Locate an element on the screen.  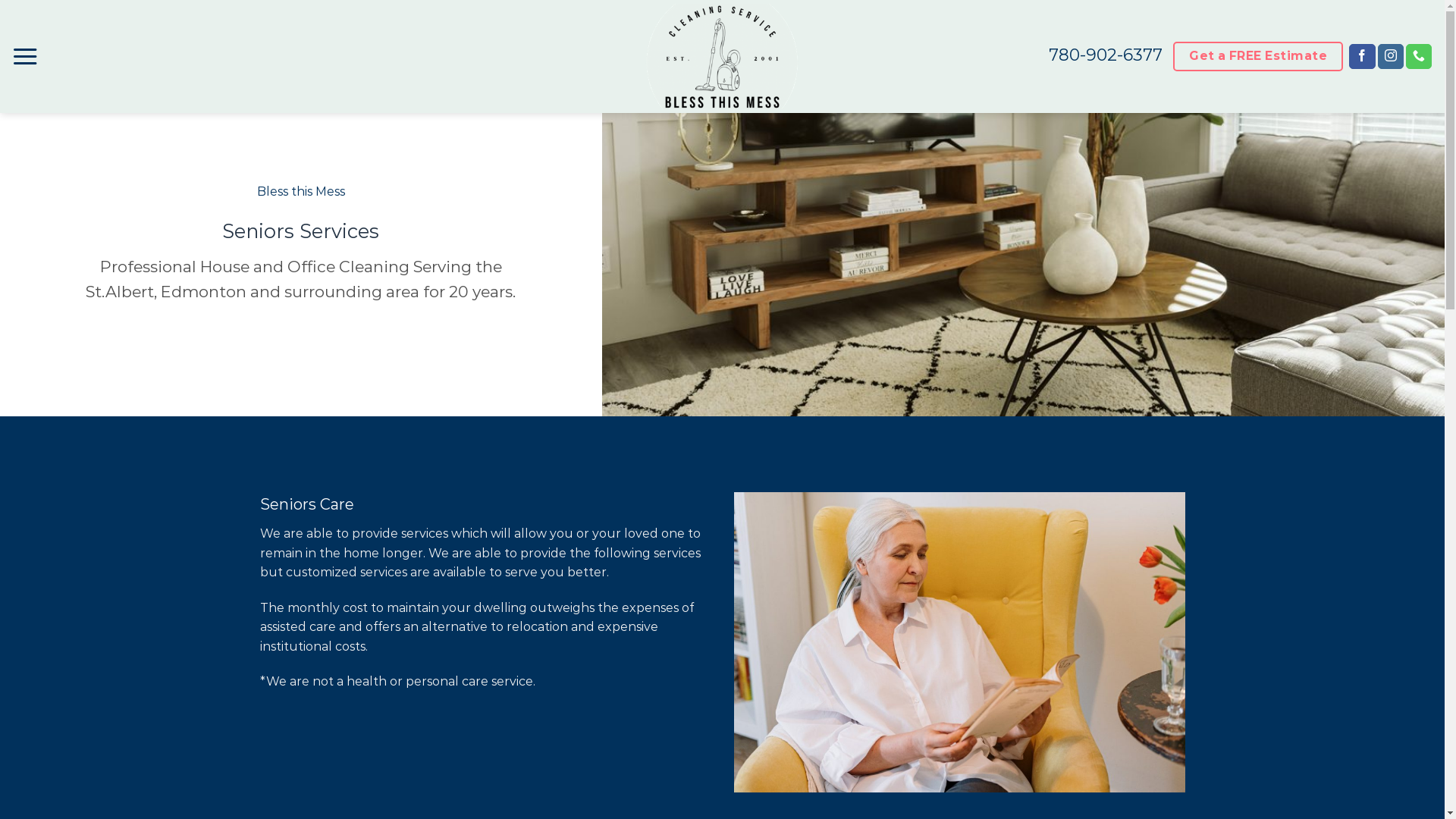
'Call us' is located at coordinates (1418, 55).